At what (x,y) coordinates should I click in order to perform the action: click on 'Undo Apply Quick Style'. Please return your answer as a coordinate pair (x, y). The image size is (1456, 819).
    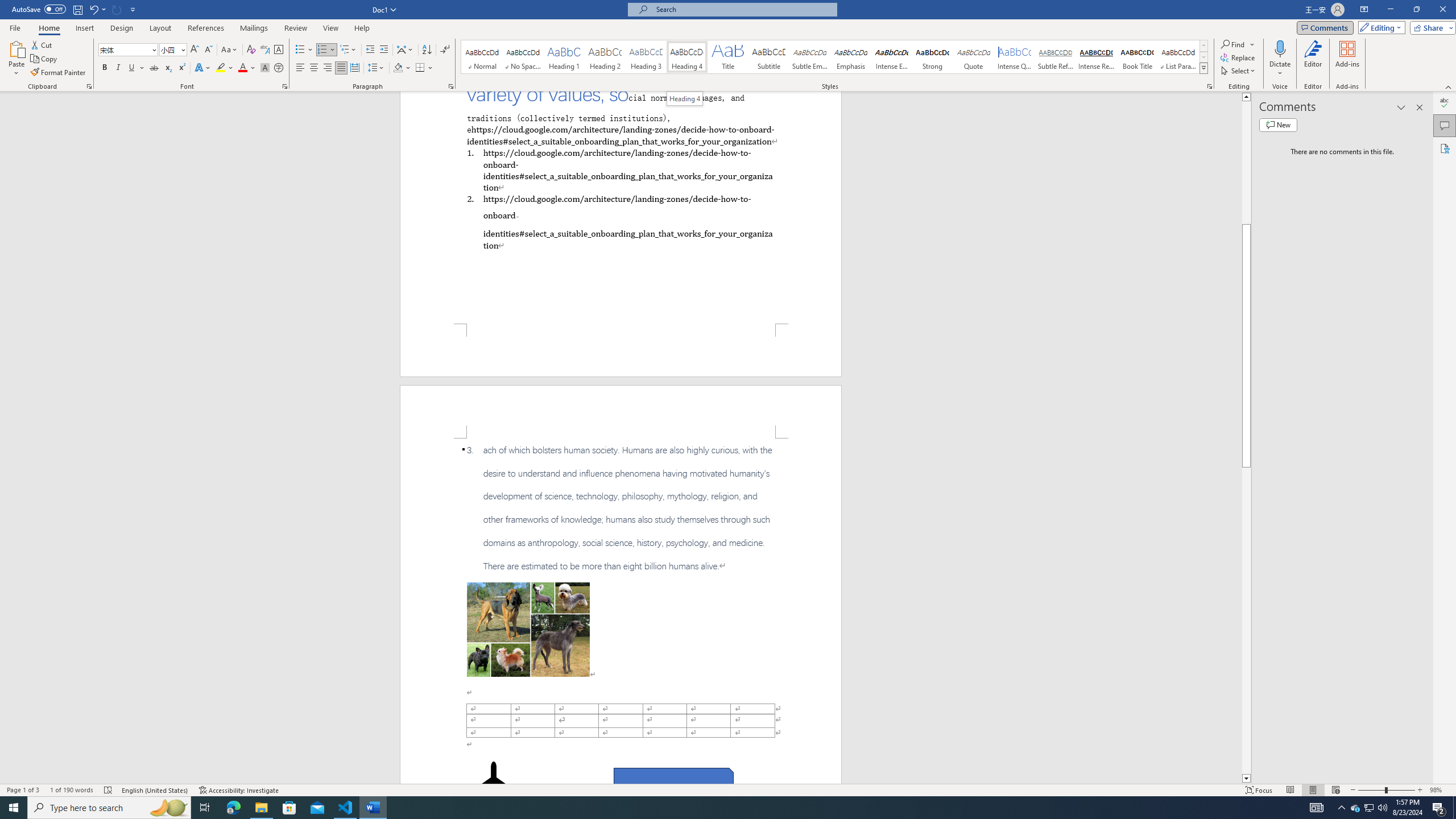
    Looking at the image, I should click on (97, 9).